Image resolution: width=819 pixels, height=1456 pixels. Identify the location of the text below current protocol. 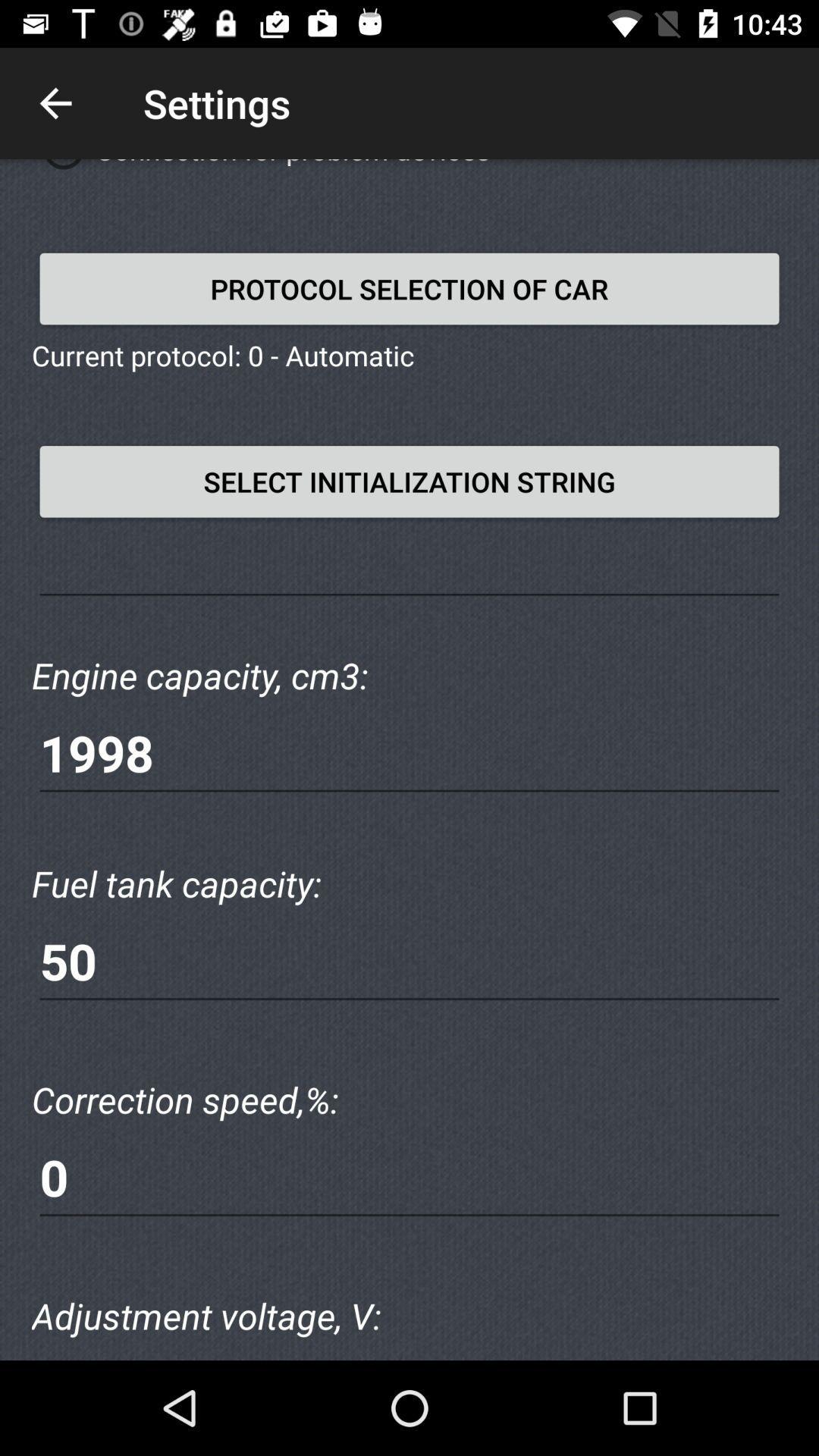
(409, 480).